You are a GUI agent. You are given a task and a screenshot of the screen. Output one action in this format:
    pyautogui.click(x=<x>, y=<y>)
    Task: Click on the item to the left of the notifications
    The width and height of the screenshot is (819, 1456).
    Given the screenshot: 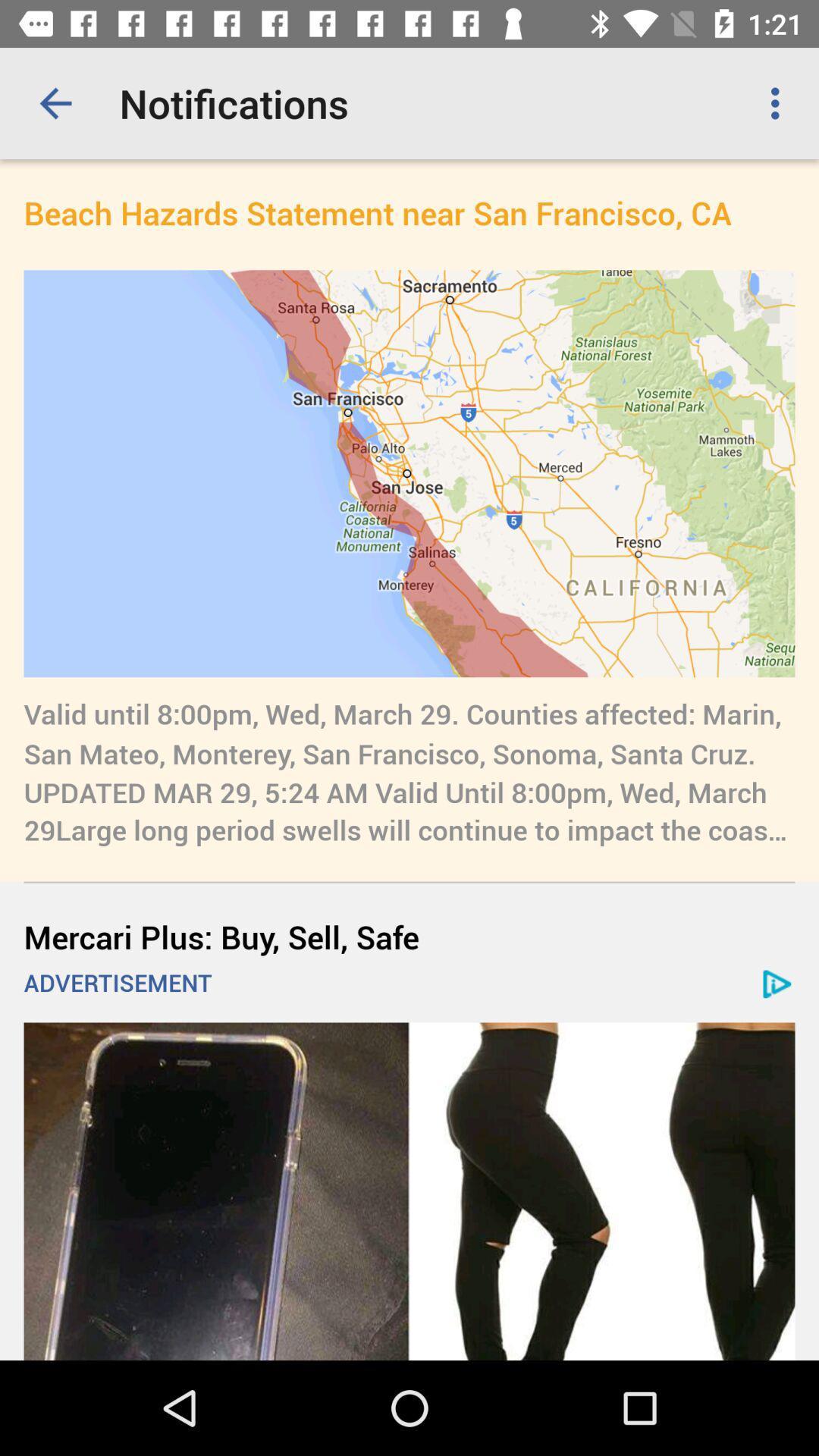 What is the action you would take?
    pyautogui.click(x=55, y=102)
    